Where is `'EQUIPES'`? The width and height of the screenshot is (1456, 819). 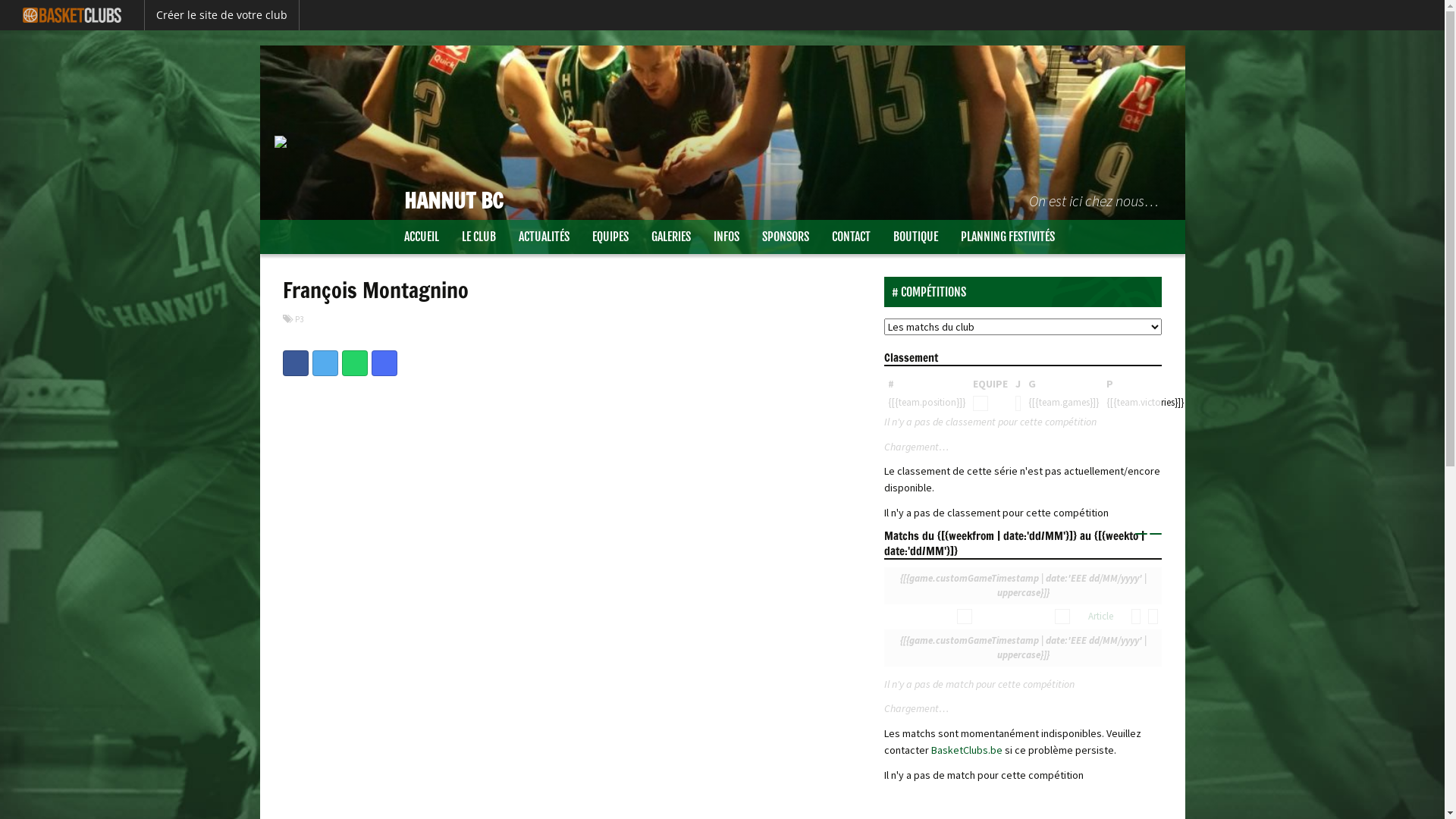 'EQUIPES' is located at coordinates (610, 237).